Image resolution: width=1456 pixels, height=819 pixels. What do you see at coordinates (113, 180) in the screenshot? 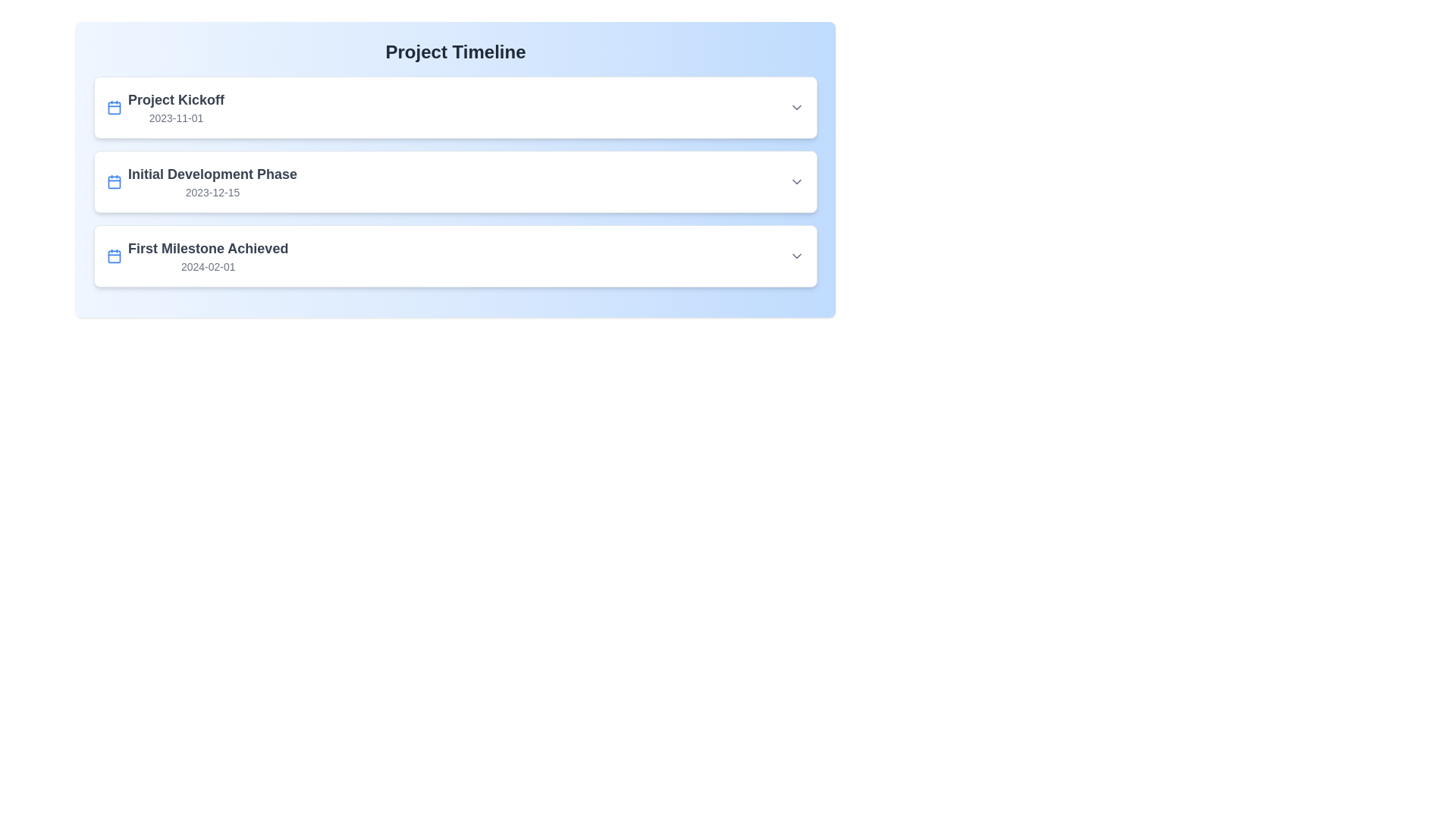
I see `the decorative rectangular element within the calendar icon, which is positioned before the text 'Initial Development Phase' in the second row of the list` at bounding box center [113, 180].